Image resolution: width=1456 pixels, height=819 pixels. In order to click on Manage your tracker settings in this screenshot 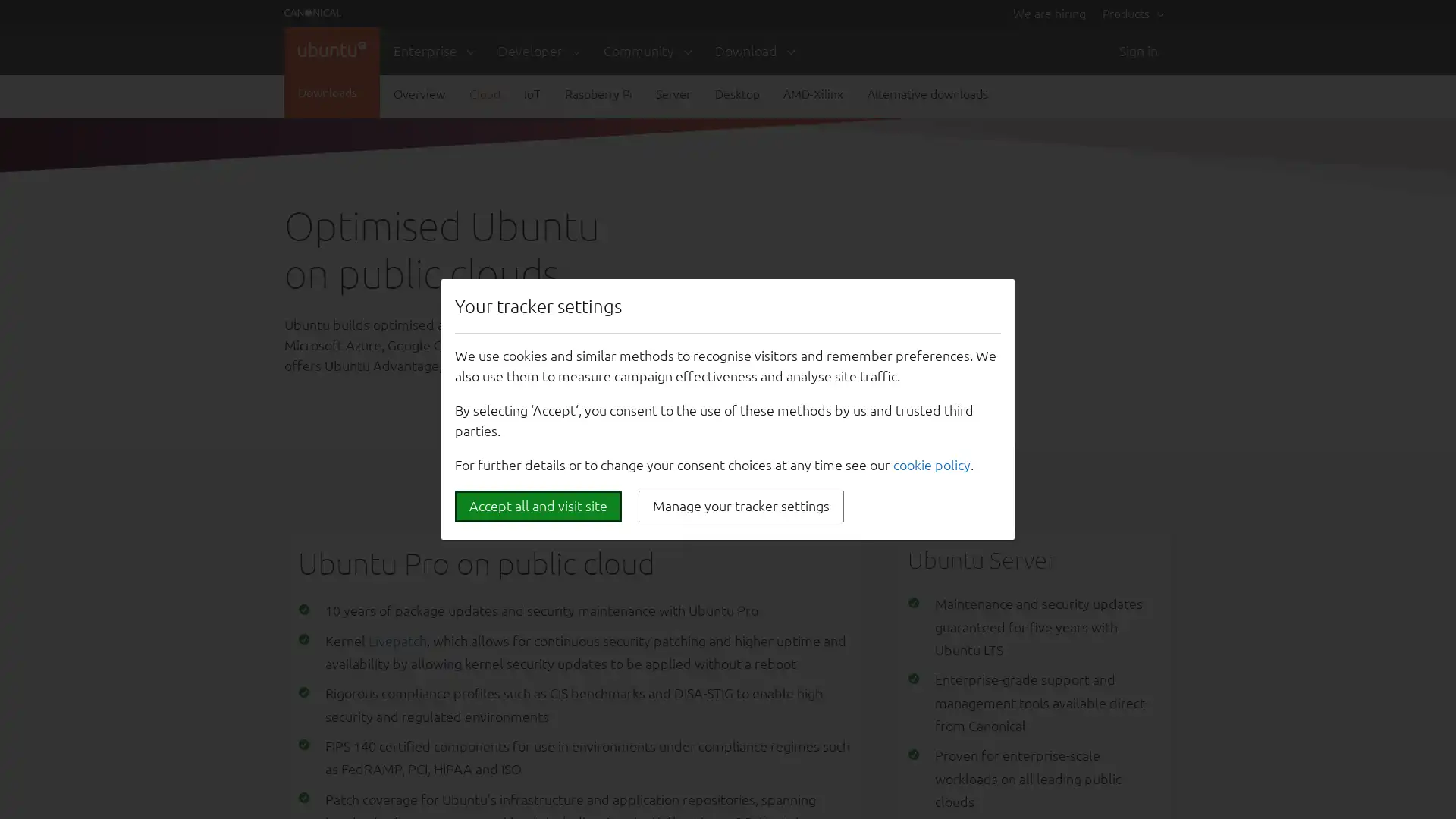, I will do `click(741, 506)`.